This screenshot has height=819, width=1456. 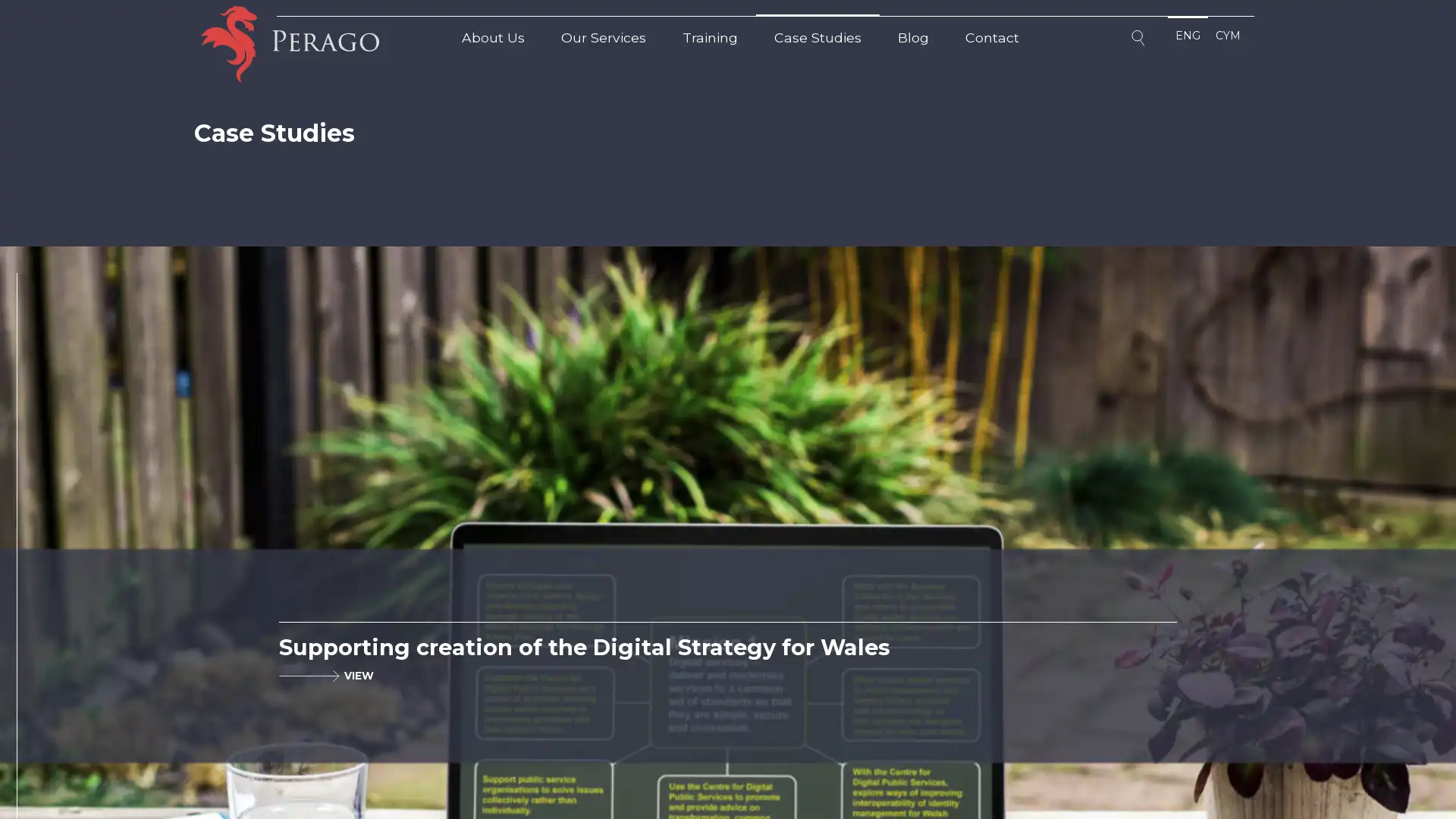 I want to click on Search button, so click(x=1140, y=40).